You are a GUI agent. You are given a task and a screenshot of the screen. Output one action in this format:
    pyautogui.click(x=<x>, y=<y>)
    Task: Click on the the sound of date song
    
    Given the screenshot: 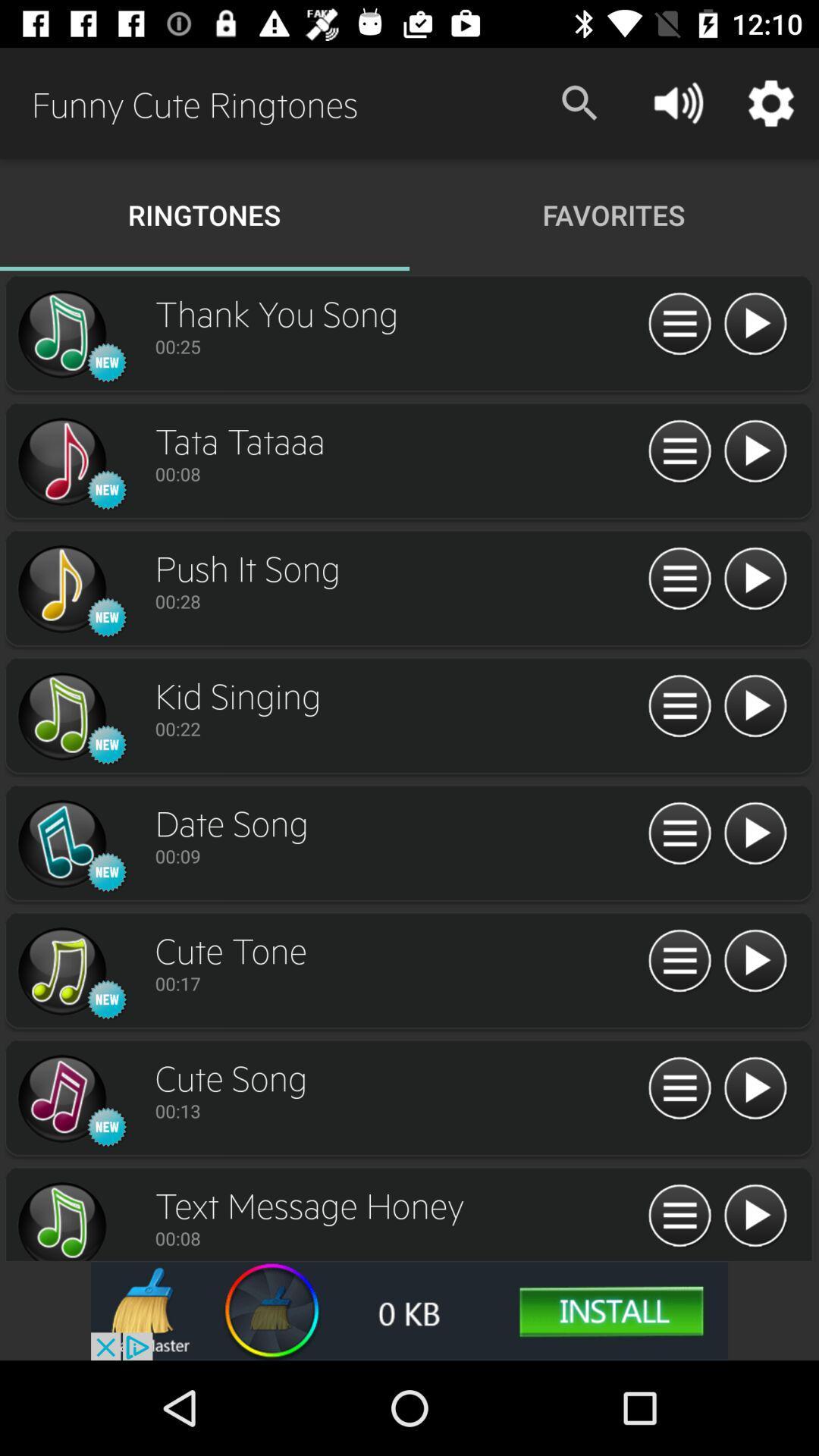 What is the action you would take?
    pyautogui.click(x=755, y=833)
    